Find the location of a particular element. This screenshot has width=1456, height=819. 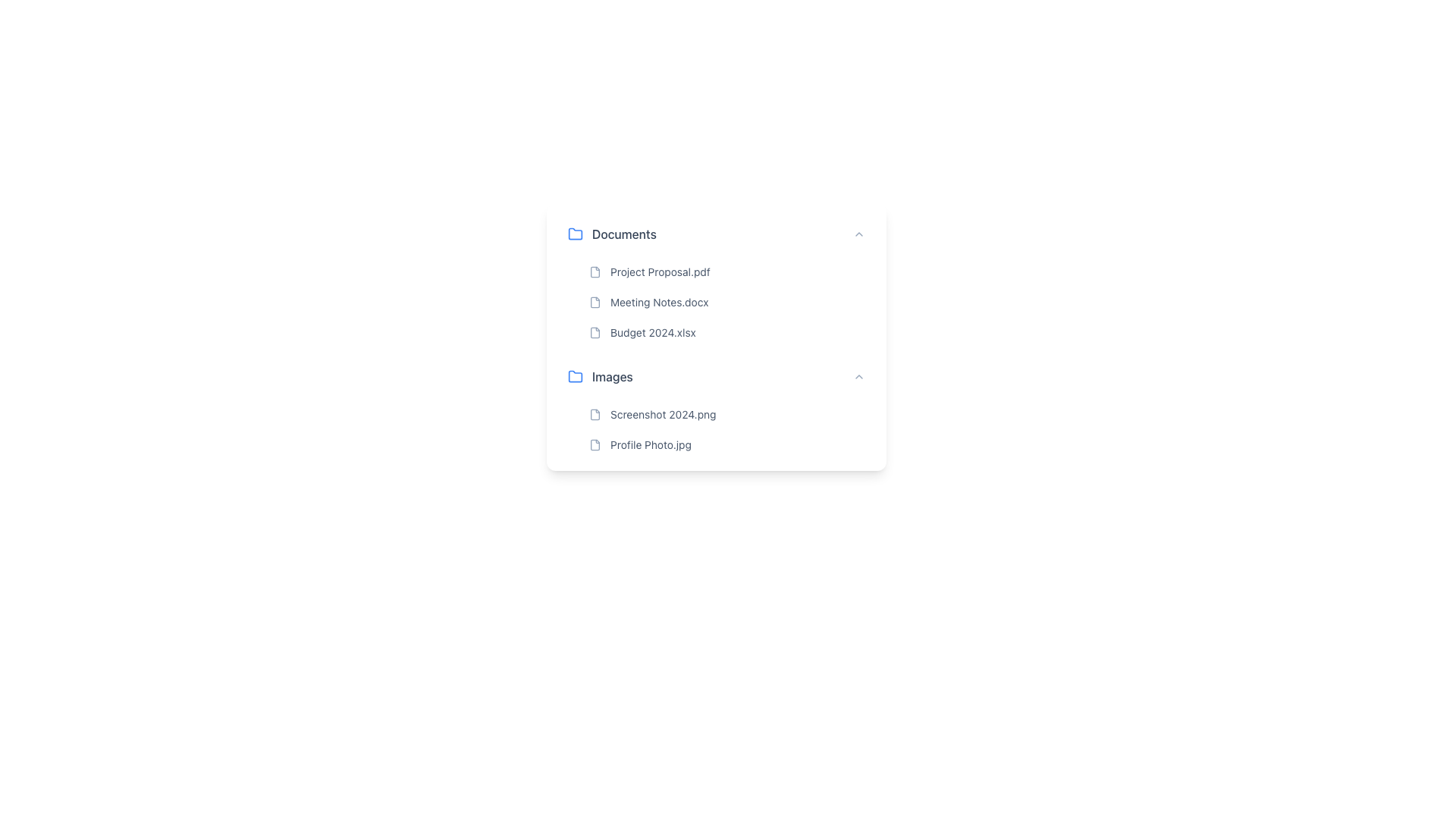

the 'Documents' icon, which visually represents the 'Documents' section and is located to the immediate left of the text label 'Documents' is located at coordinates (574, 234).